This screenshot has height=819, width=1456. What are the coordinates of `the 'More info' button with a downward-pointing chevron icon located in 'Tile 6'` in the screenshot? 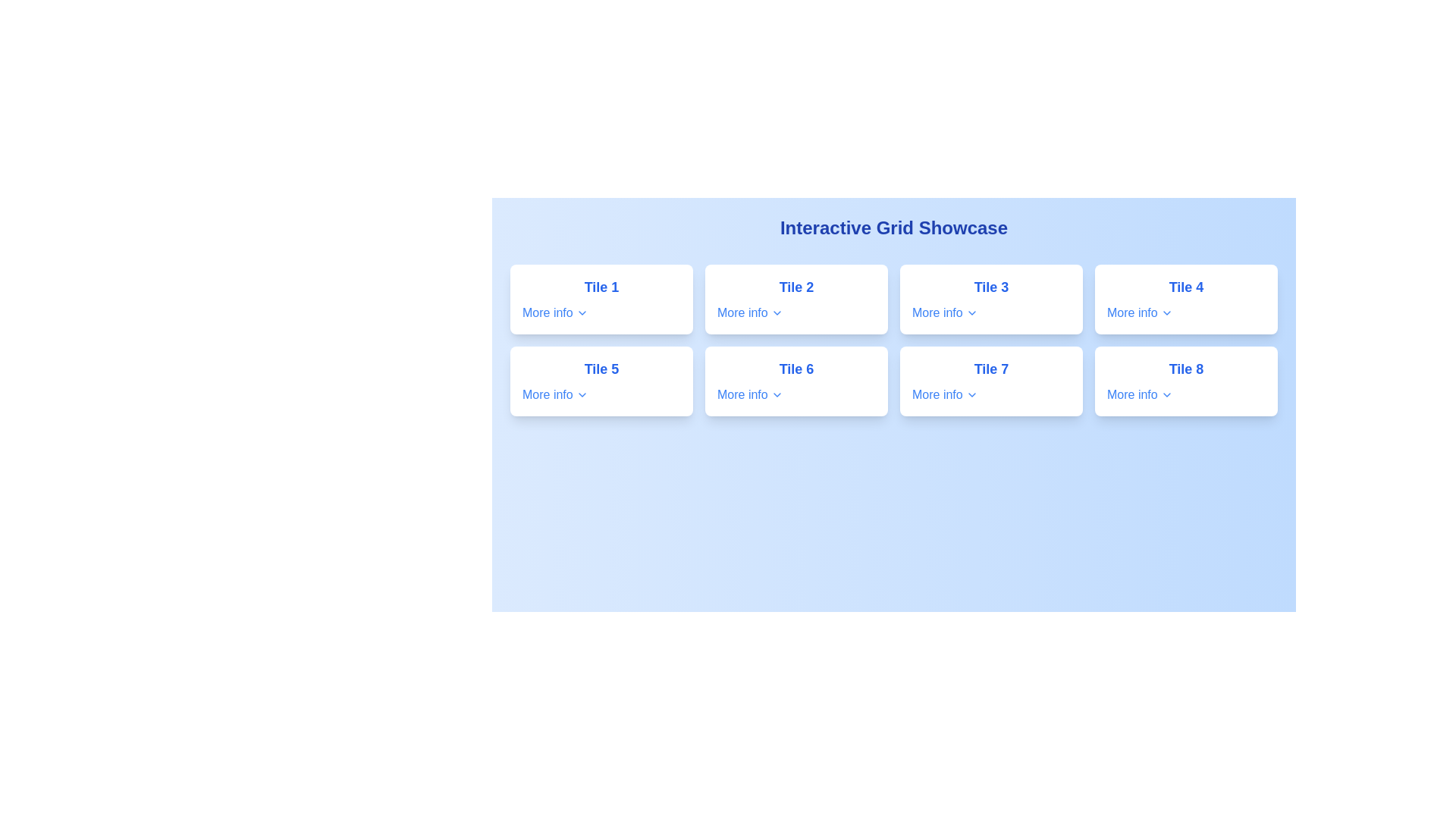 It's located at (750, 394).